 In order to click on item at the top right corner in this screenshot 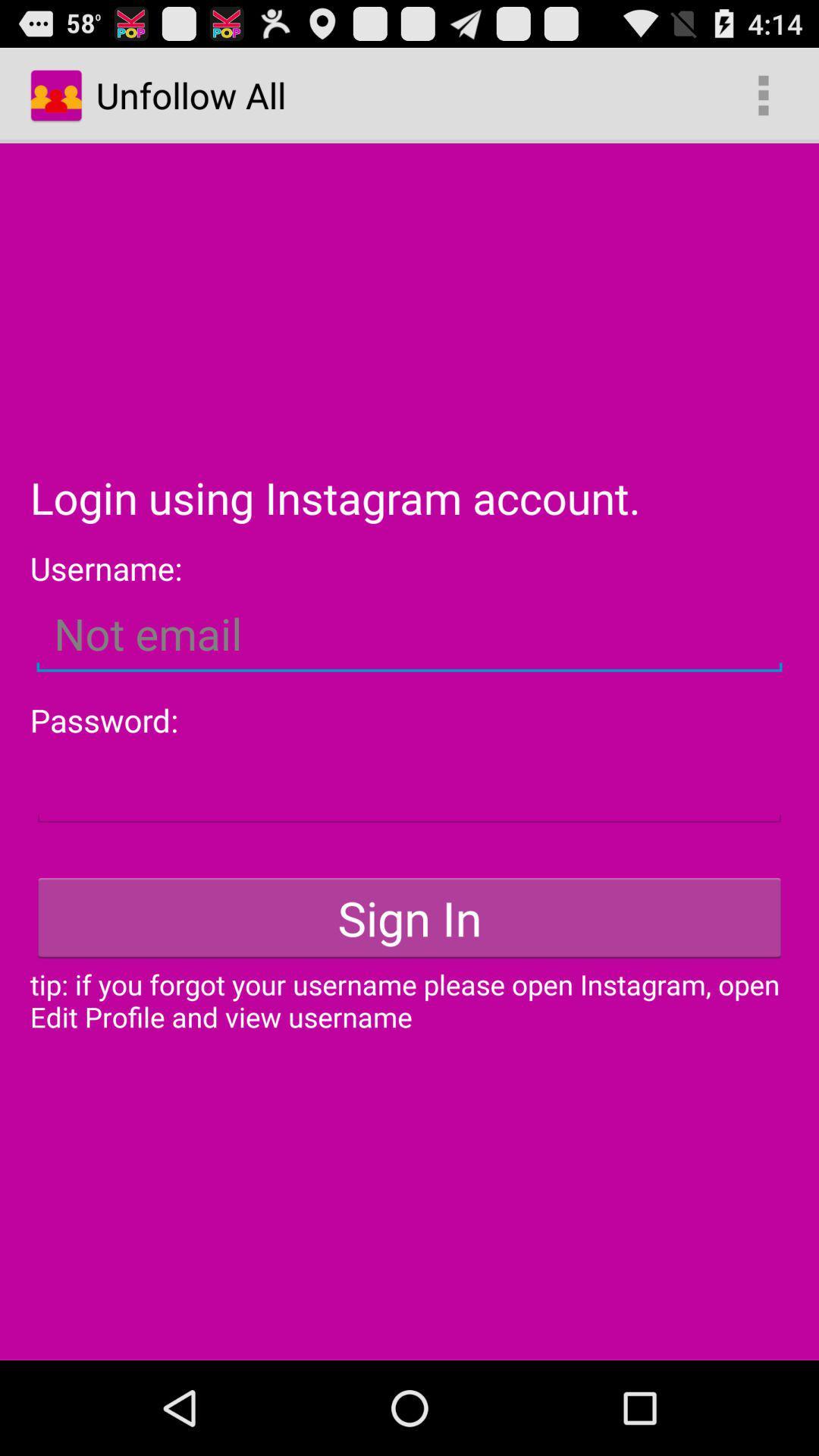, I will do `click(763, 94)`.